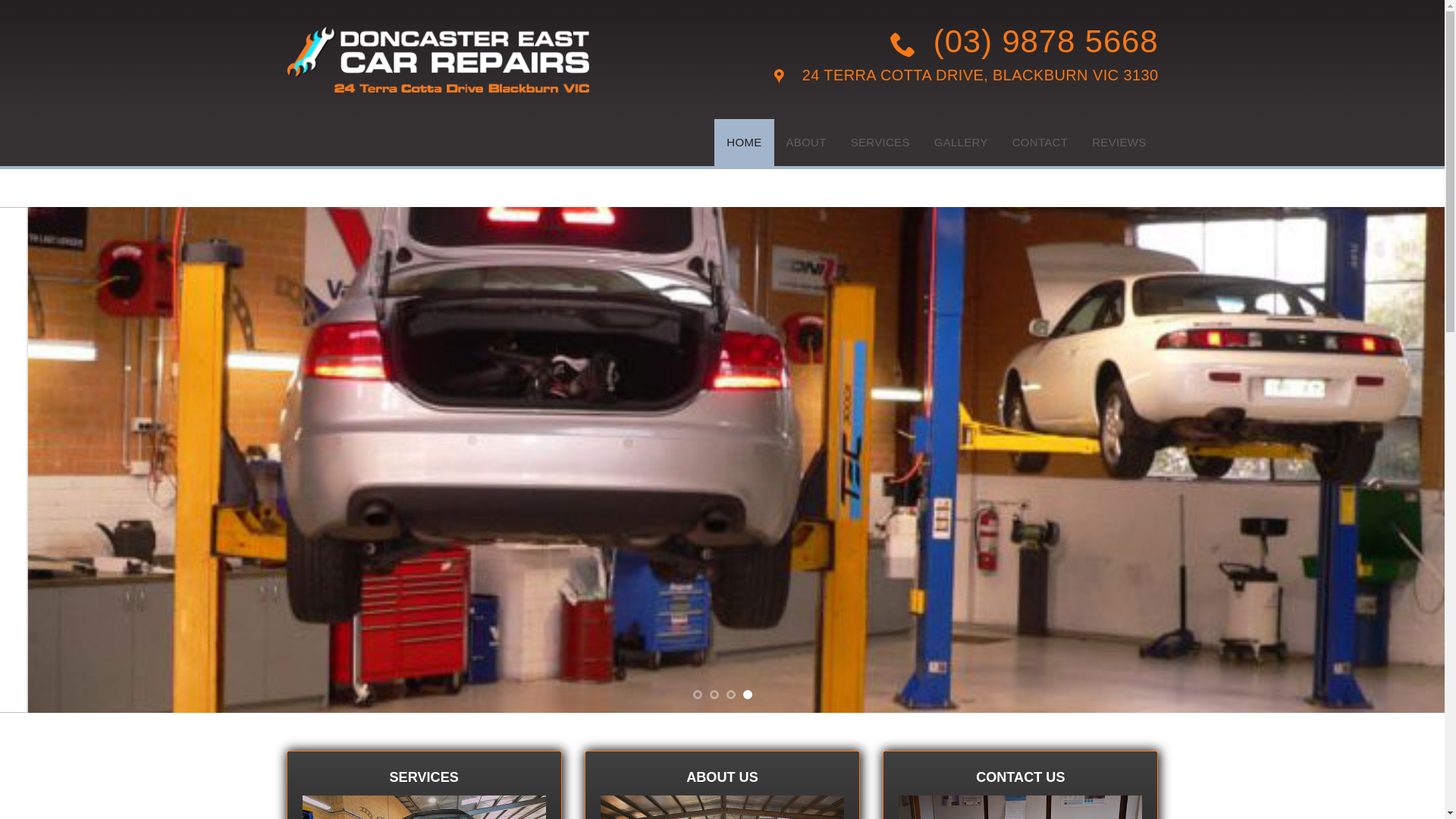 The image size is (1456, 819). What do you see at coordinates (960, 143) in the screenshot?
I see `'GALLERY'` at bounding box center [960, 143].